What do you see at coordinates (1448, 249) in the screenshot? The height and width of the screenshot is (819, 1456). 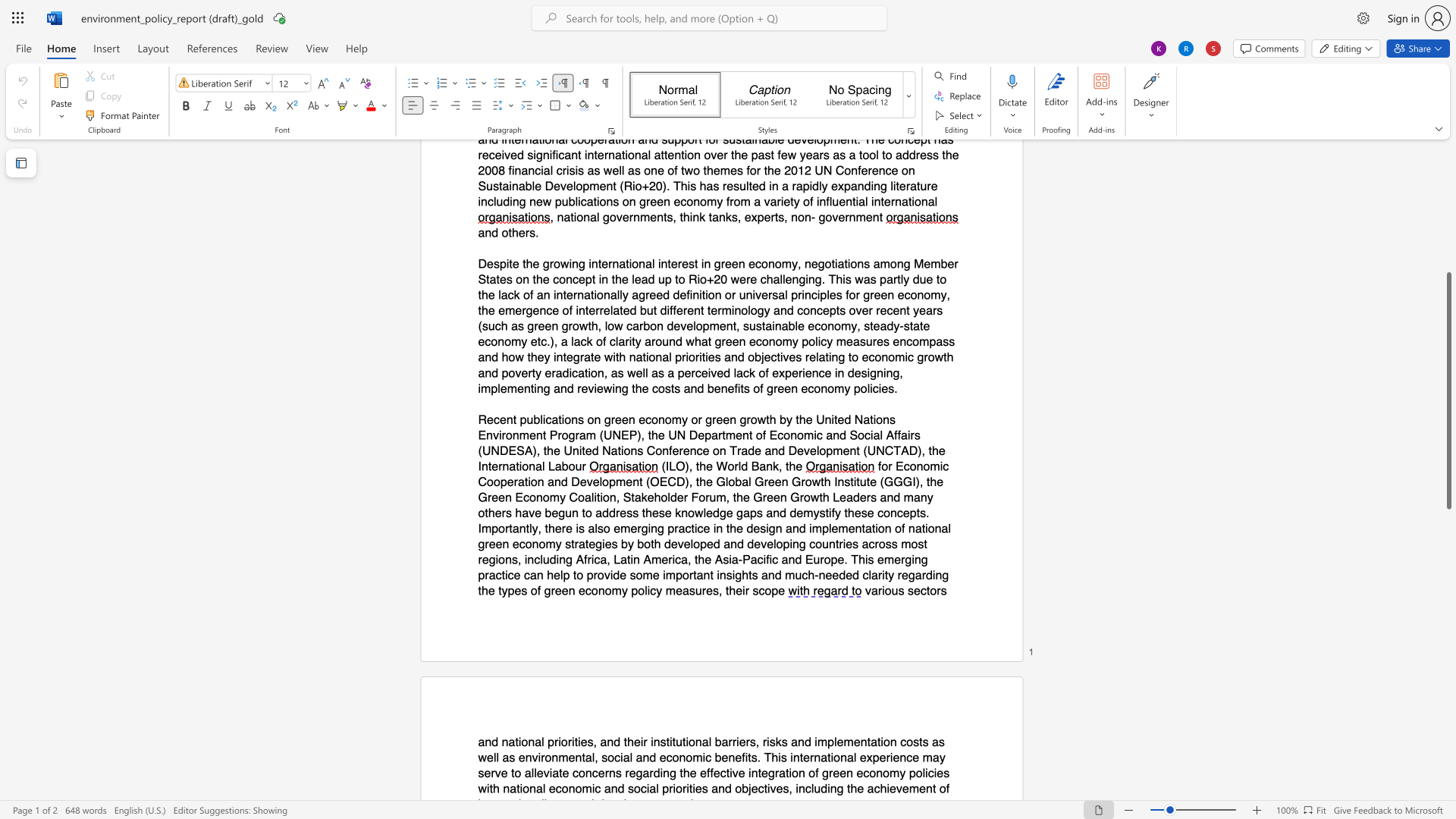 I see `the side scrollbar to bring the page up` at bounding box center [1448, 249].